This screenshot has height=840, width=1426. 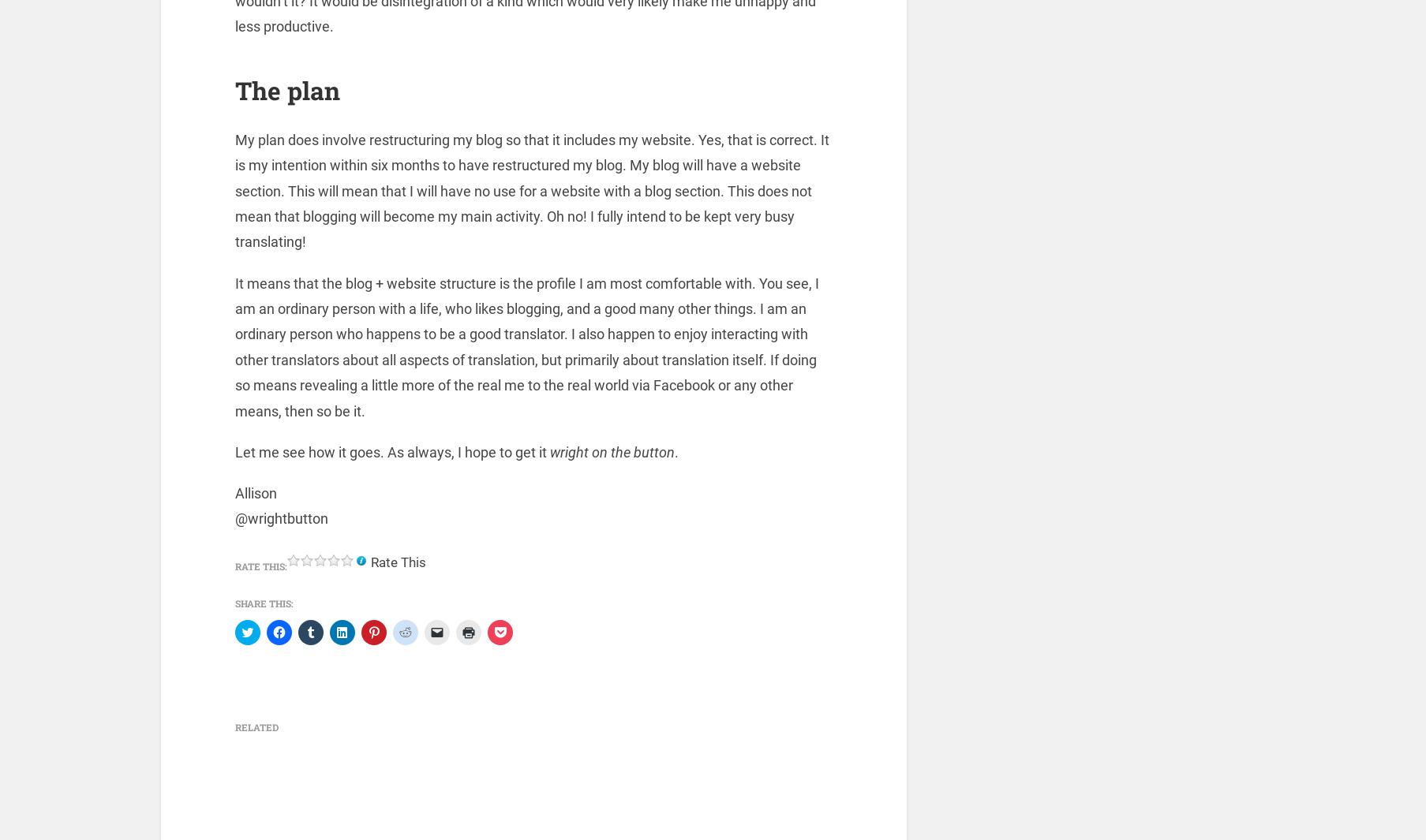 I want to click on 'Share this:', so click(x=264, y=607).